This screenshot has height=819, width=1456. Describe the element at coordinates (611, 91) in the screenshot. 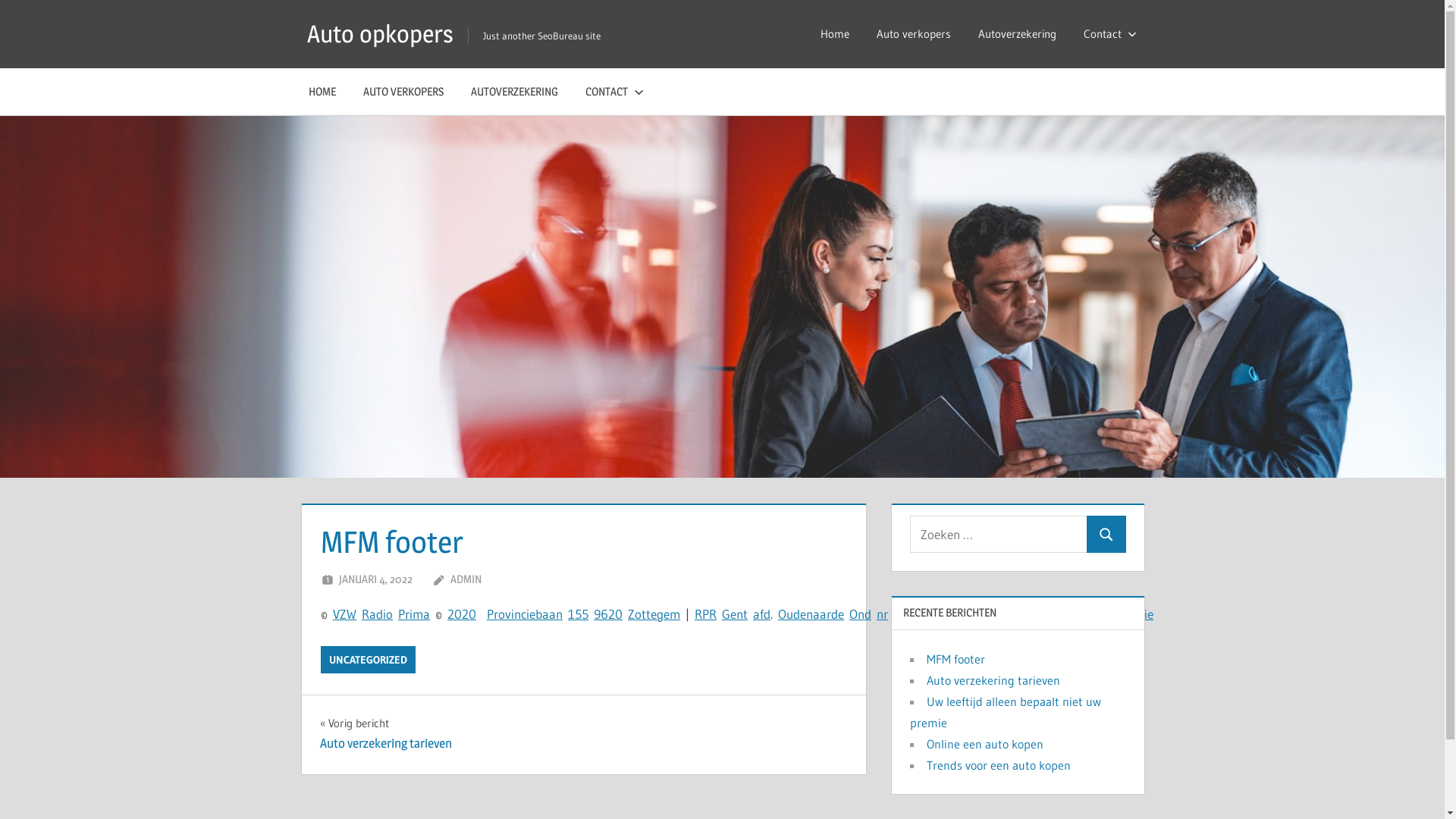

I see `'CONTACT'` at that location.